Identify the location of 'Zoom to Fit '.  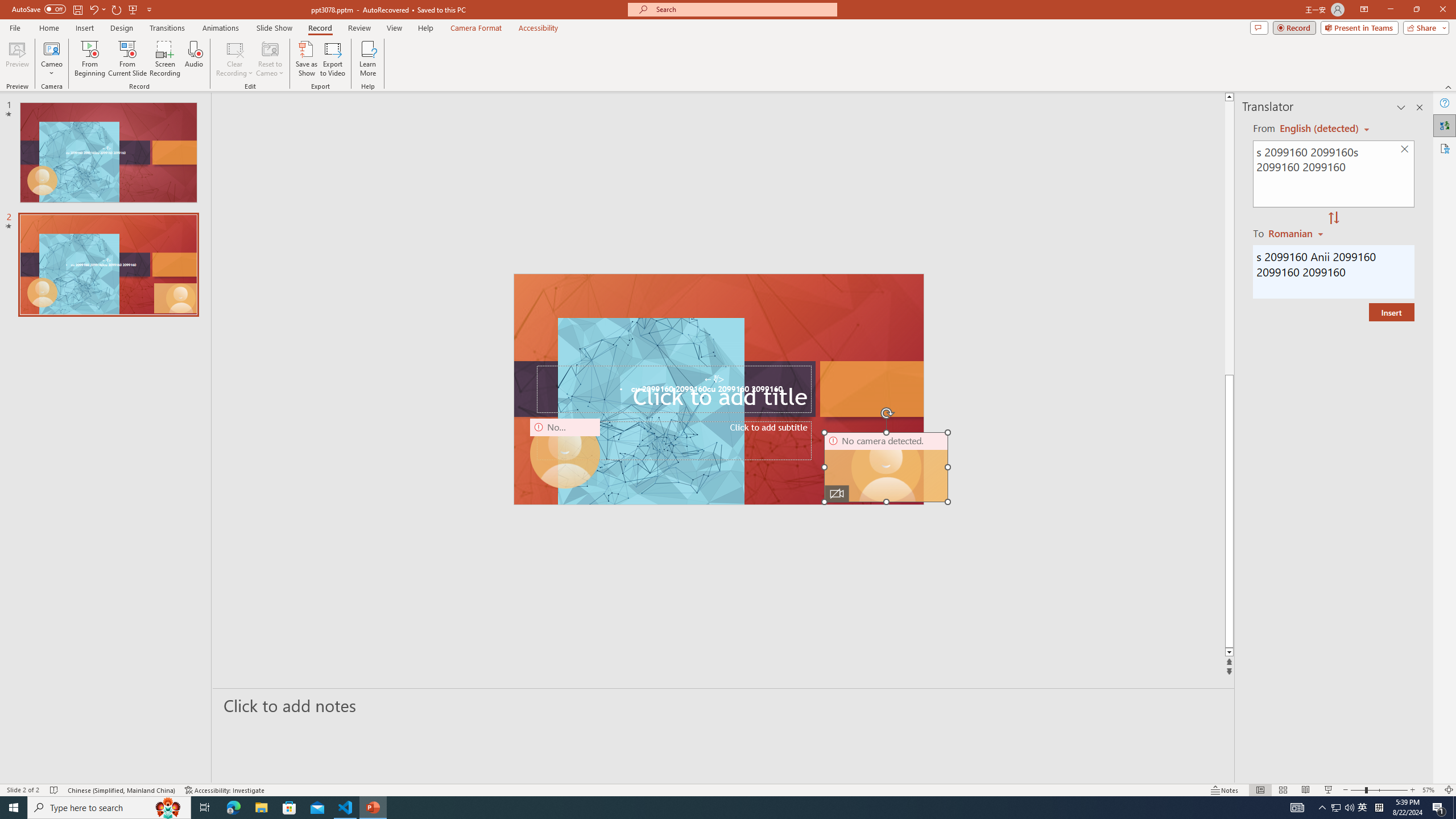
(1449, 790).